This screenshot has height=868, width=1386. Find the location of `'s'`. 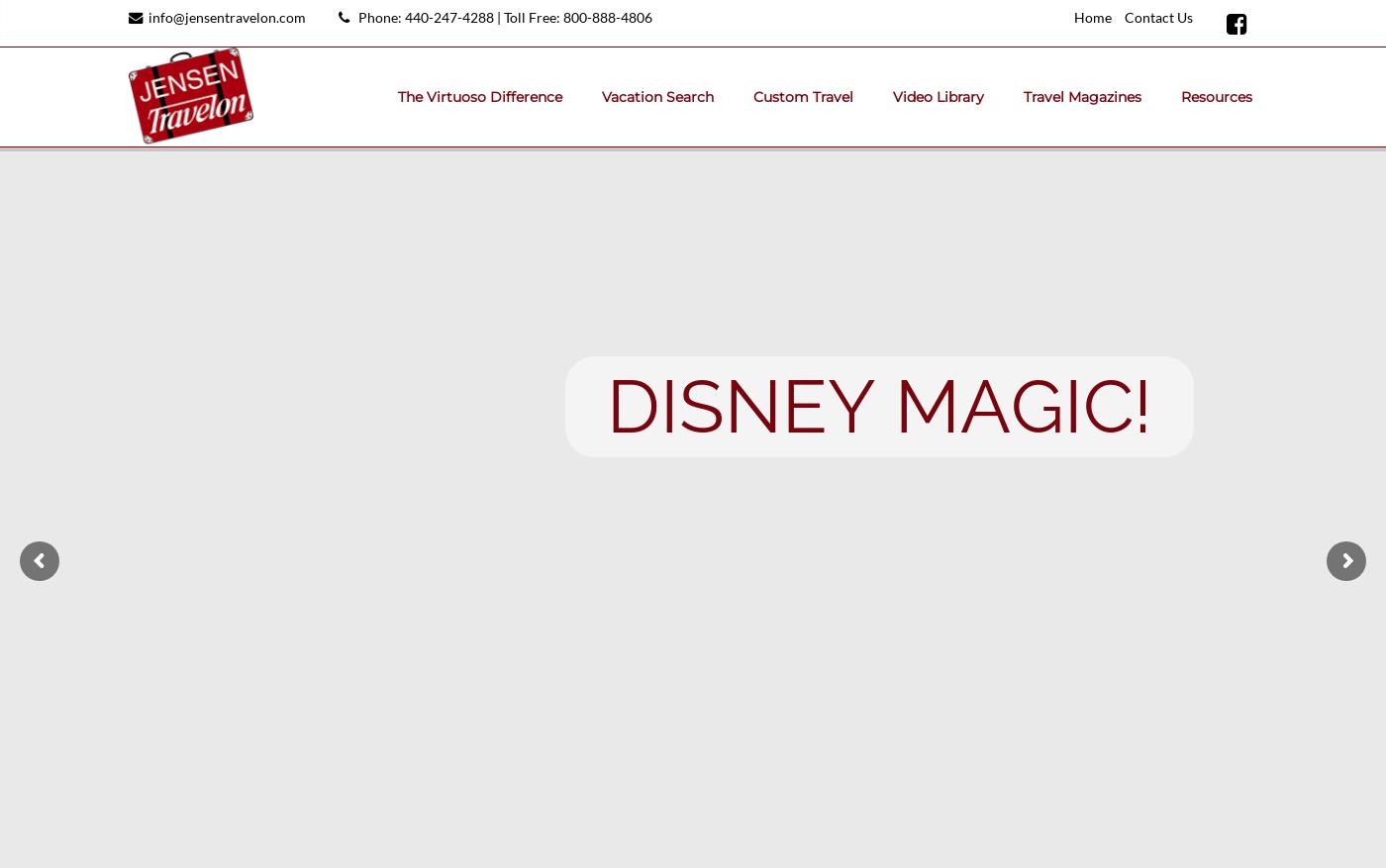

's' is located at coordinates (700, 405).